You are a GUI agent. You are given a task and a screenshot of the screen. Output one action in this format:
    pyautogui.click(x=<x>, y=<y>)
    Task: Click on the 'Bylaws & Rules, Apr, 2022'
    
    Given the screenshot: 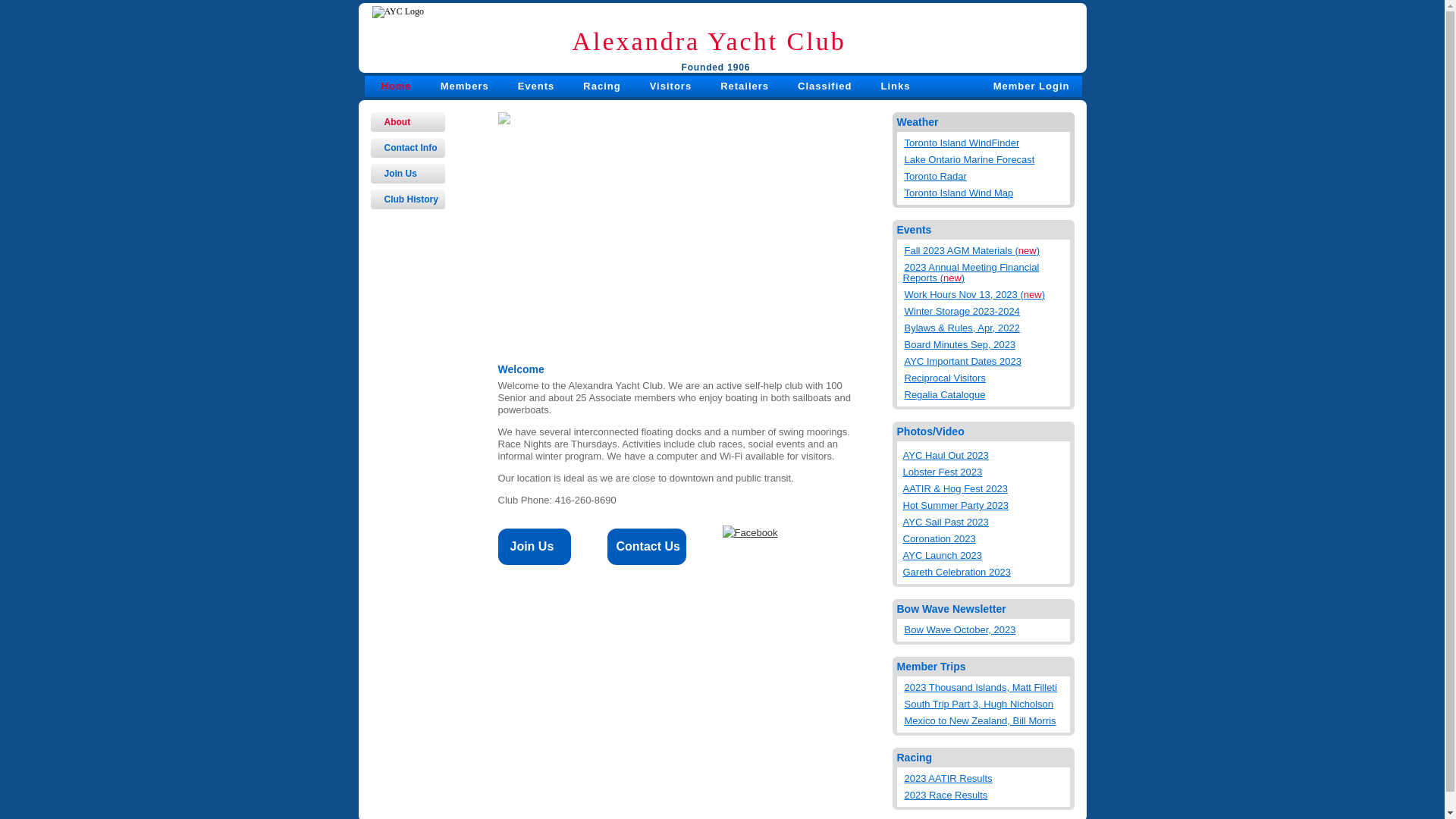 What is the action you would take?
    pyautogui.click(x=986, y=324)
    